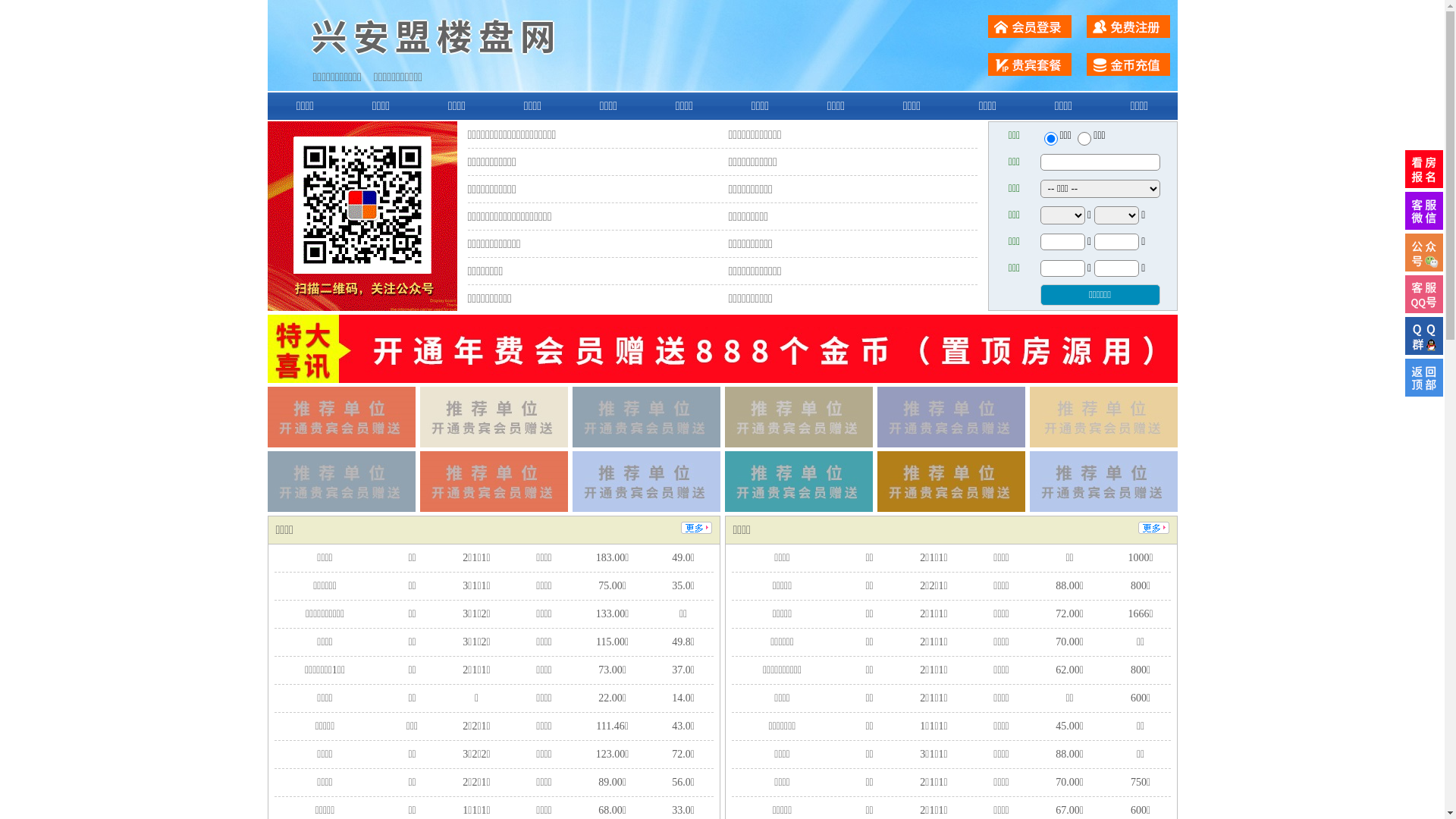 This screenshot has width=1456, height=819. I want to click on 'chuzu', so click(1076, 138).